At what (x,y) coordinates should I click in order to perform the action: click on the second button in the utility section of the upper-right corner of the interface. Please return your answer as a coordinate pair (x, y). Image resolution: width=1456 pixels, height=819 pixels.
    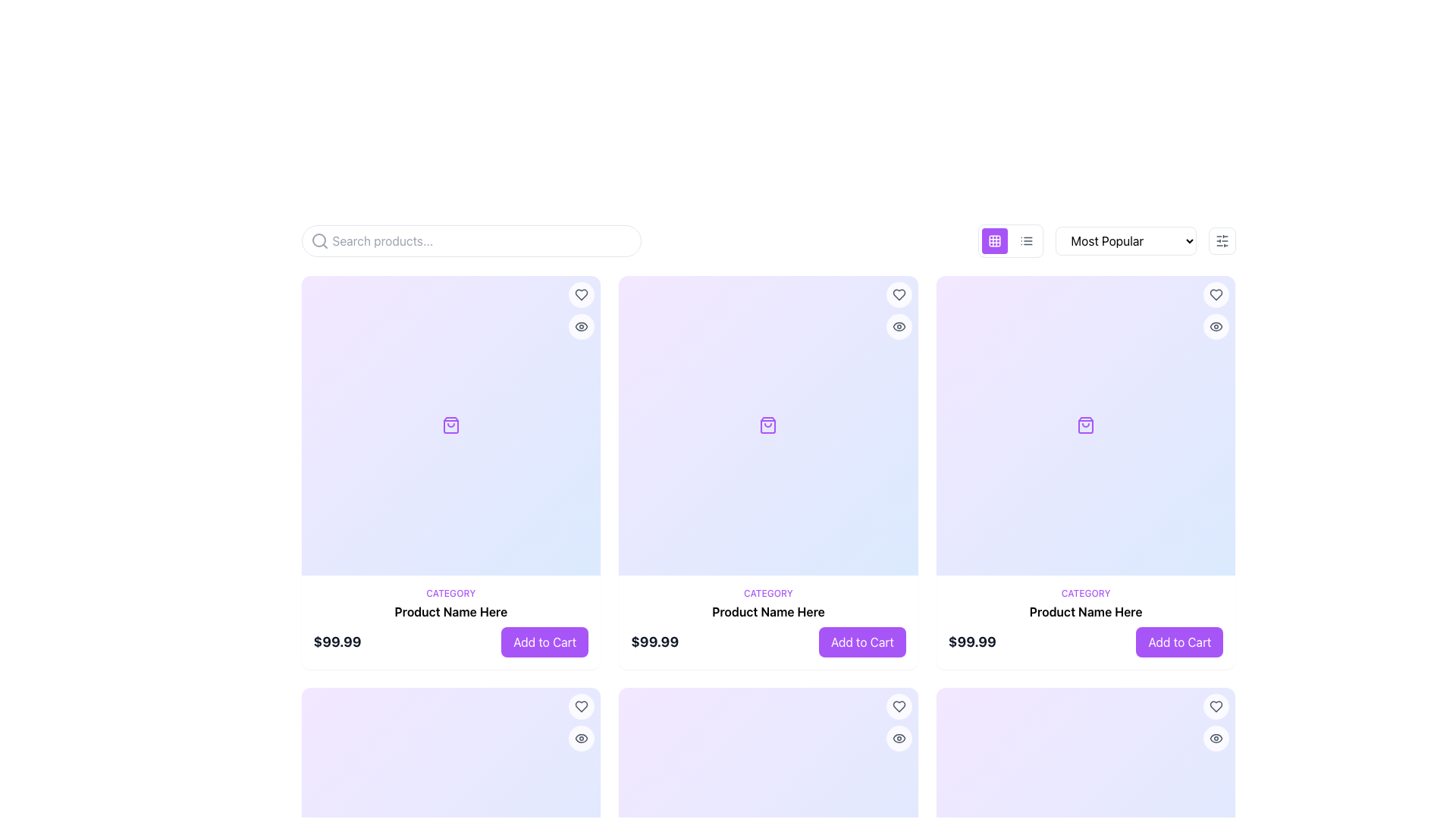
    Looking at the image, I should click on (1026, 240).